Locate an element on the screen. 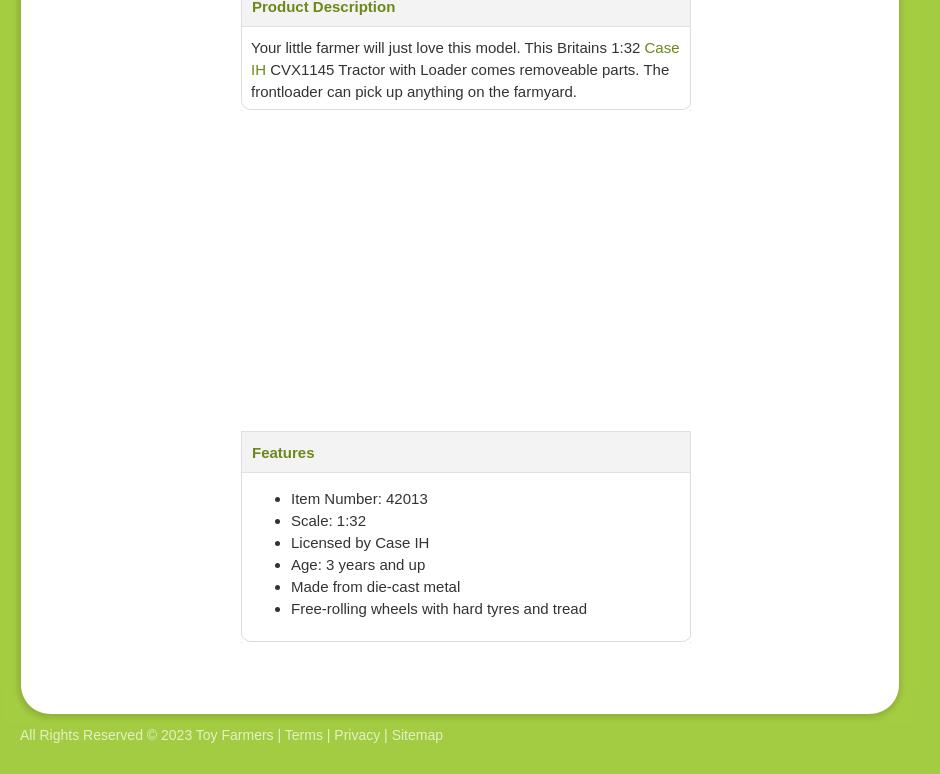 The image size is (940, 774). 'Features' is located at coordinates (282, 451).